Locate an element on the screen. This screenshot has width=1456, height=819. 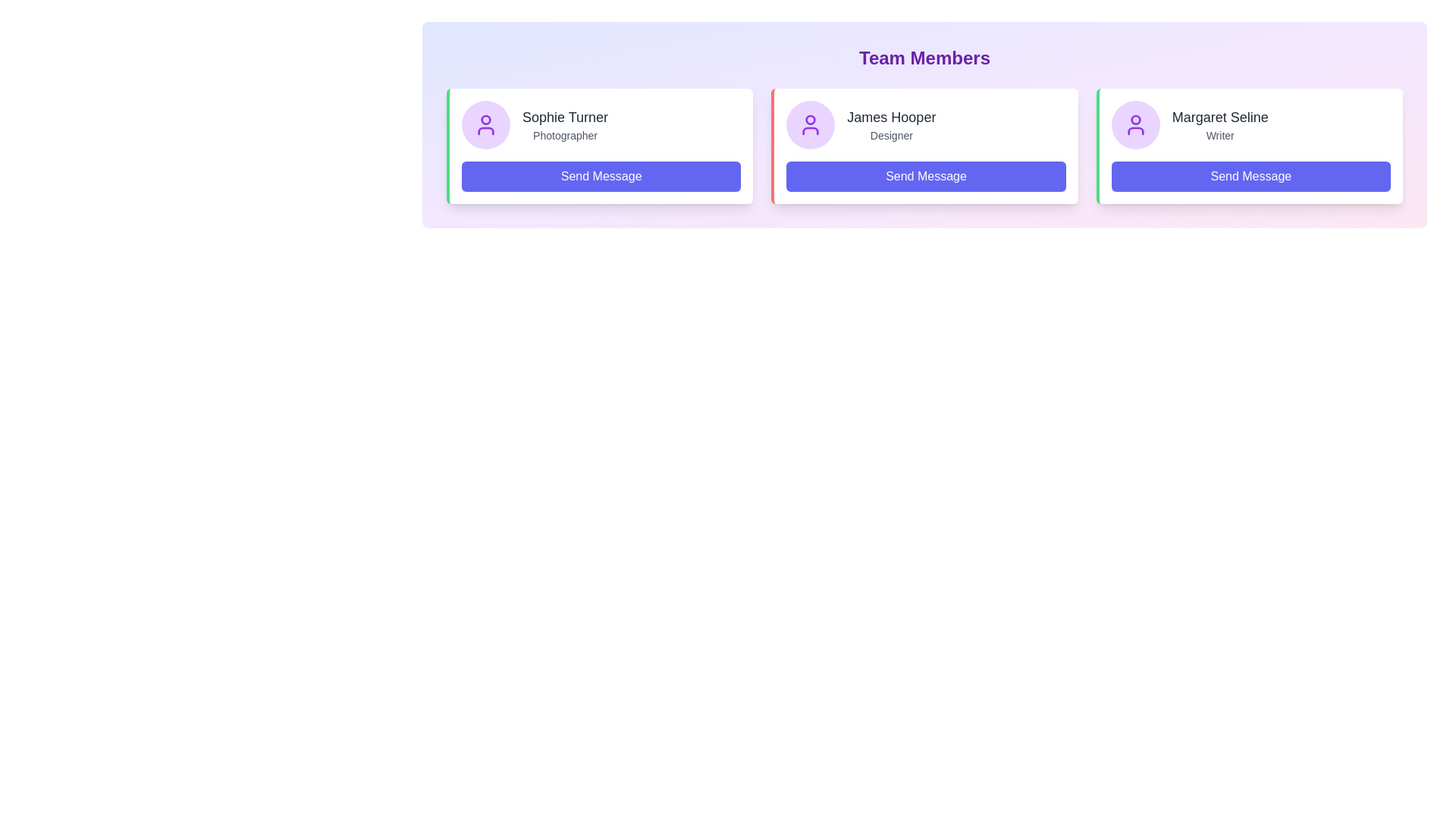
the SVG Circle that represents a head in the user icon, located in the top region of the leftmost profile card in the 'Team Members' section is located at coordinates (486, 119).